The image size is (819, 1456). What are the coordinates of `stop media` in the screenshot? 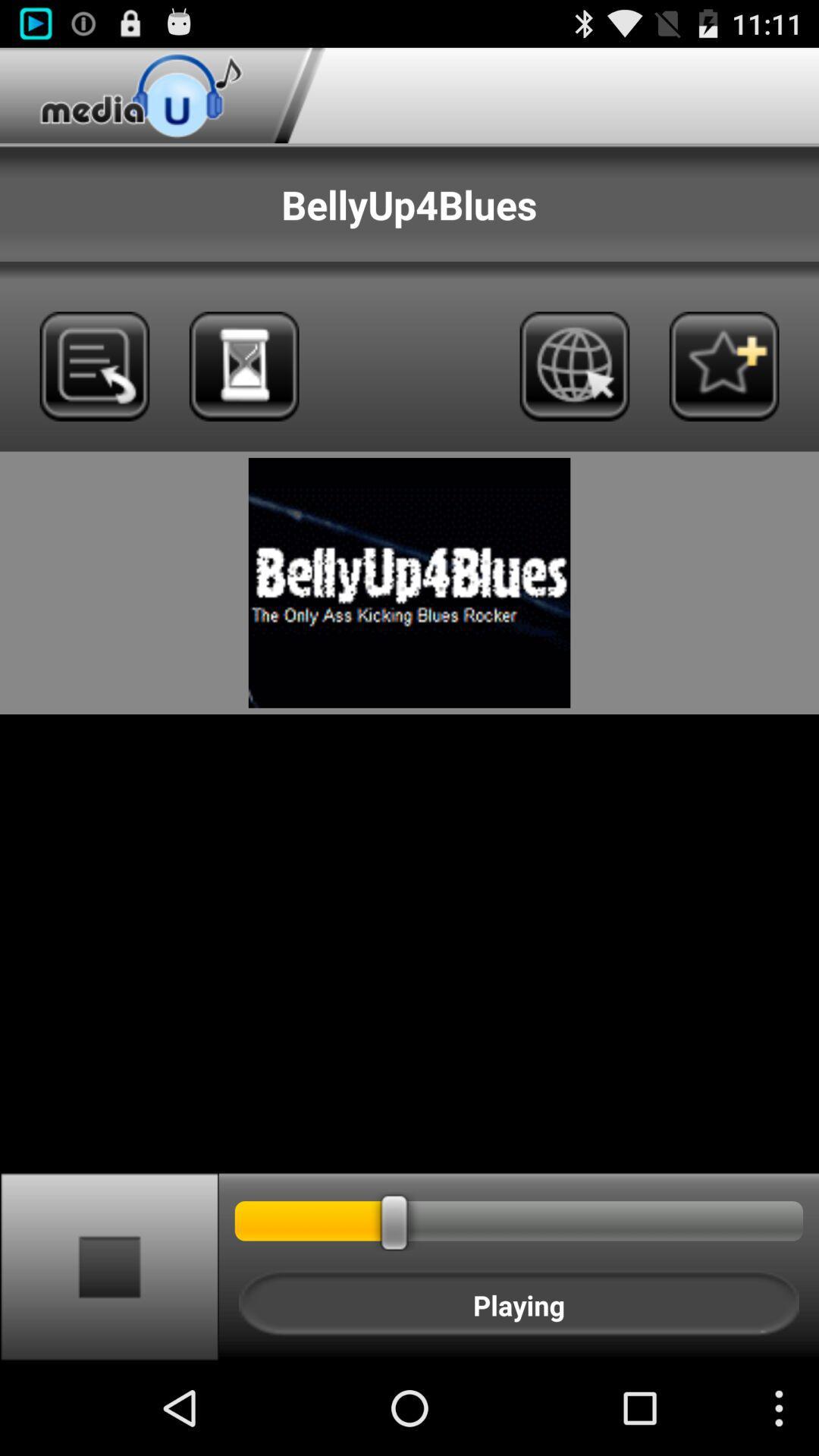 It's located at (108, 1266).